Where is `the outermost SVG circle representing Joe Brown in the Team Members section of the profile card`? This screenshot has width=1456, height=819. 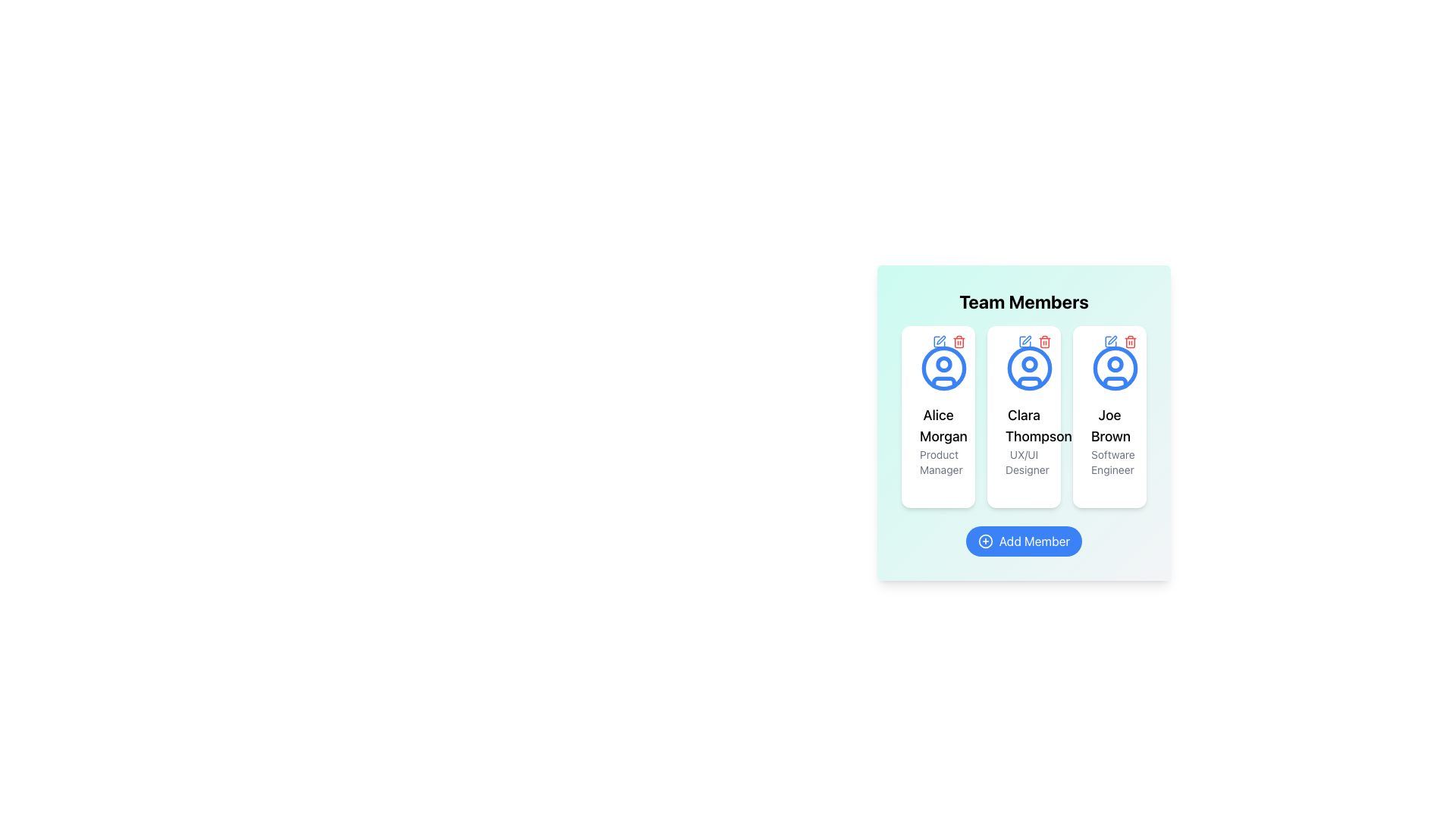
the outermost SVG circle representing Joe Brown in the Team Members section of the profile card is located at coordinates (1115, 369).